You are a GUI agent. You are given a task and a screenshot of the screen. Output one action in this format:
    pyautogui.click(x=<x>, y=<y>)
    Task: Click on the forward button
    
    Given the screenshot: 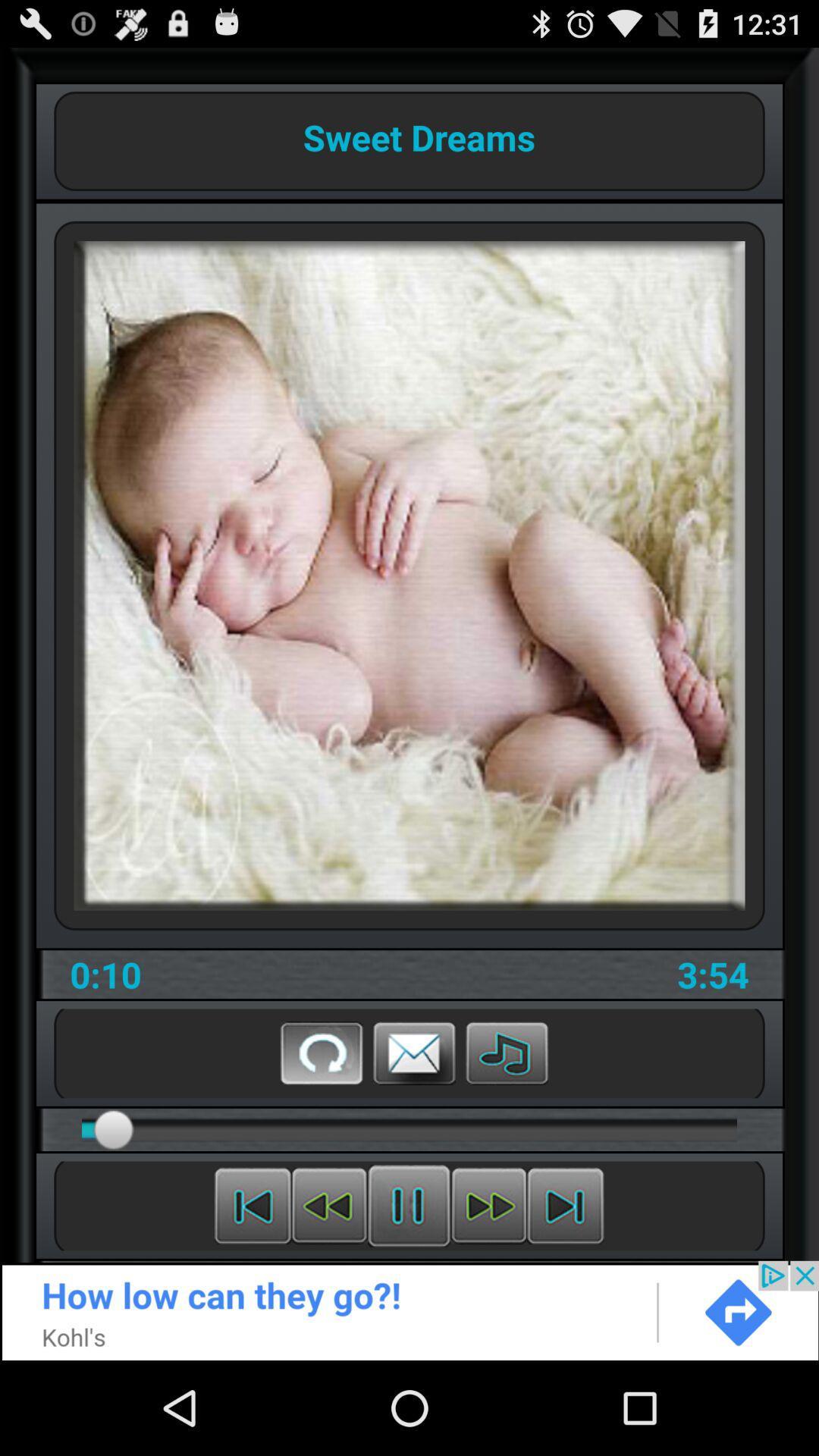 What is the action you would take?
    pyautogui.click(x=488, y=1205)
    